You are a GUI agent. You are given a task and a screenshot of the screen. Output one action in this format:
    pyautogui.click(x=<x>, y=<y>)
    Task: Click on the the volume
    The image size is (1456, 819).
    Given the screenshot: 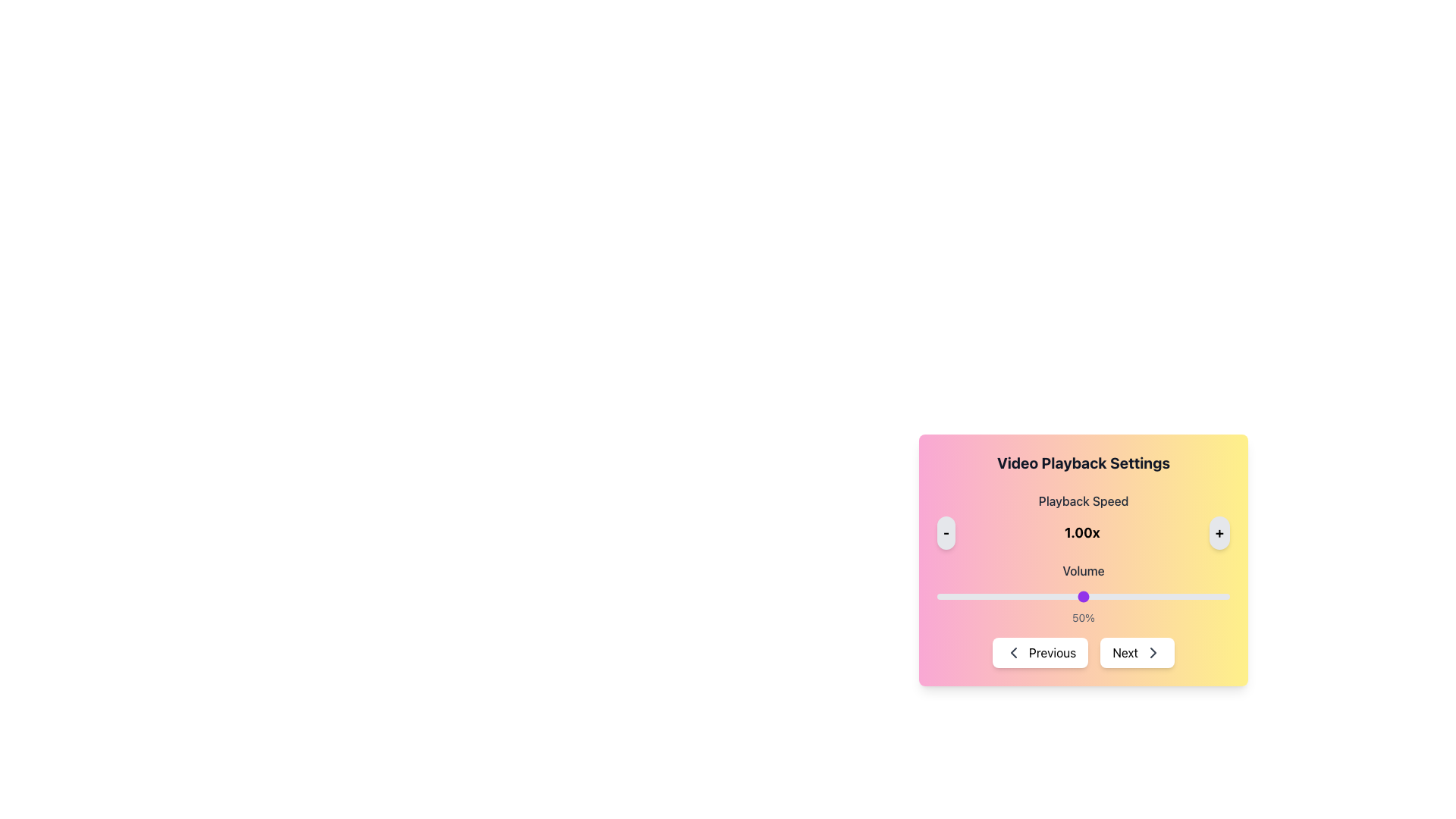 What is the action you would take?
    pyautogui.click(x=1145, y=595)
    